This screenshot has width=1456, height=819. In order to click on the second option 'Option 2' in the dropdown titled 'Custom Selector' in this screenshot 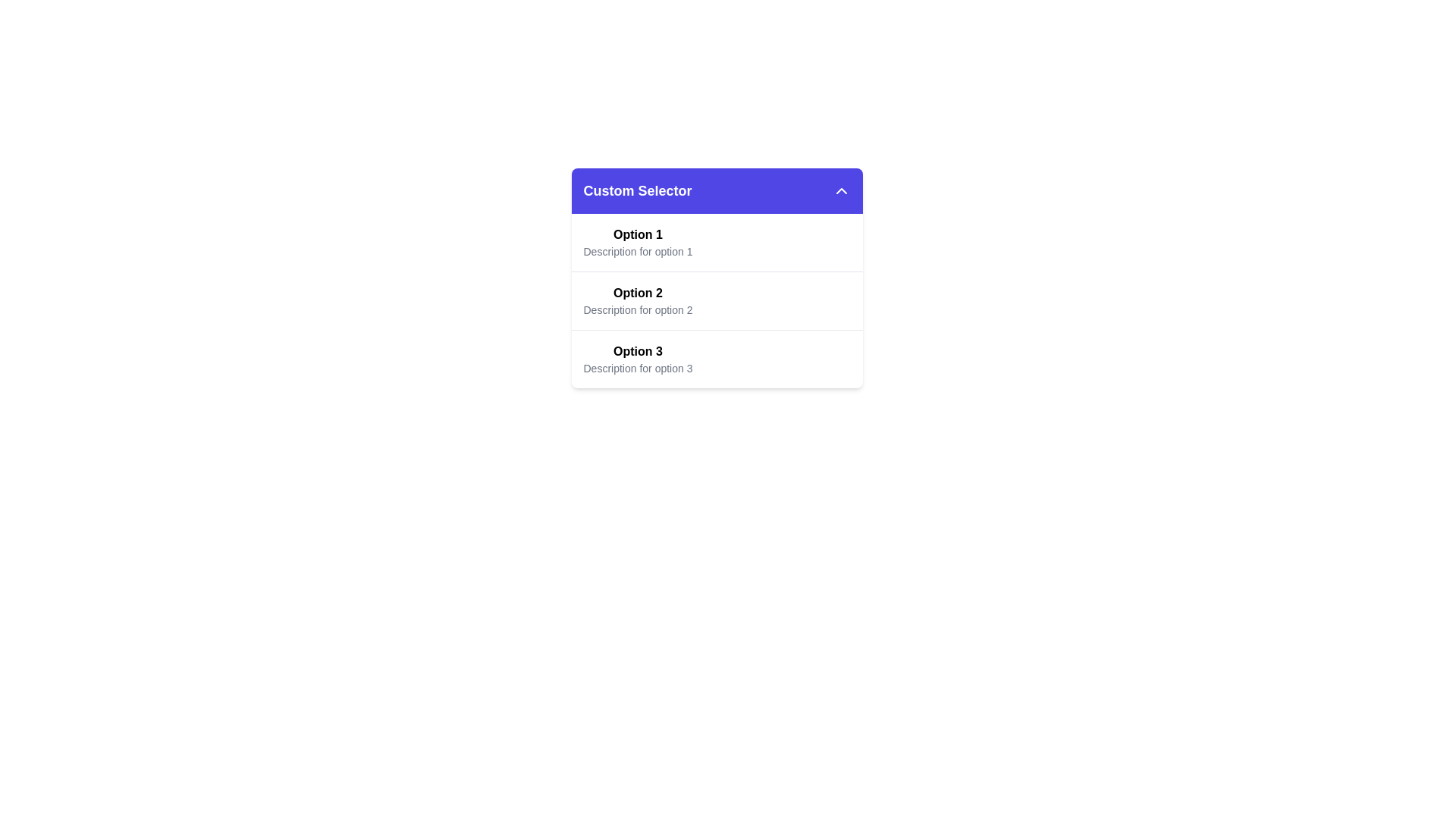, I will do `click(716, 301)`.